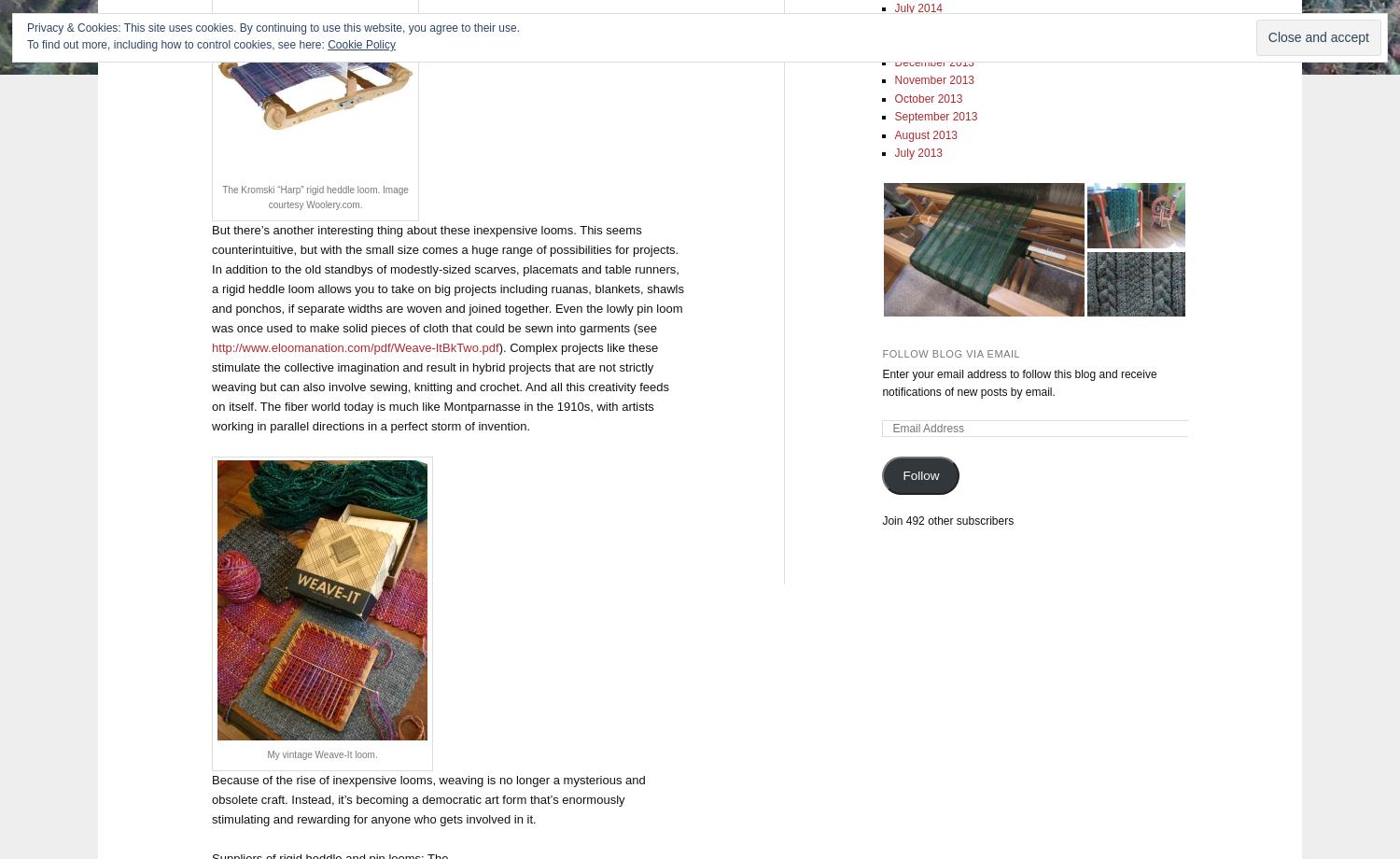 The image size is (1400, 859). Describe the element at coordinates (314, 196) in the screenshot. I see `'The Kromski “Harp” rigid heddle loom. Image courtesy Woolery.com.'` at that location.